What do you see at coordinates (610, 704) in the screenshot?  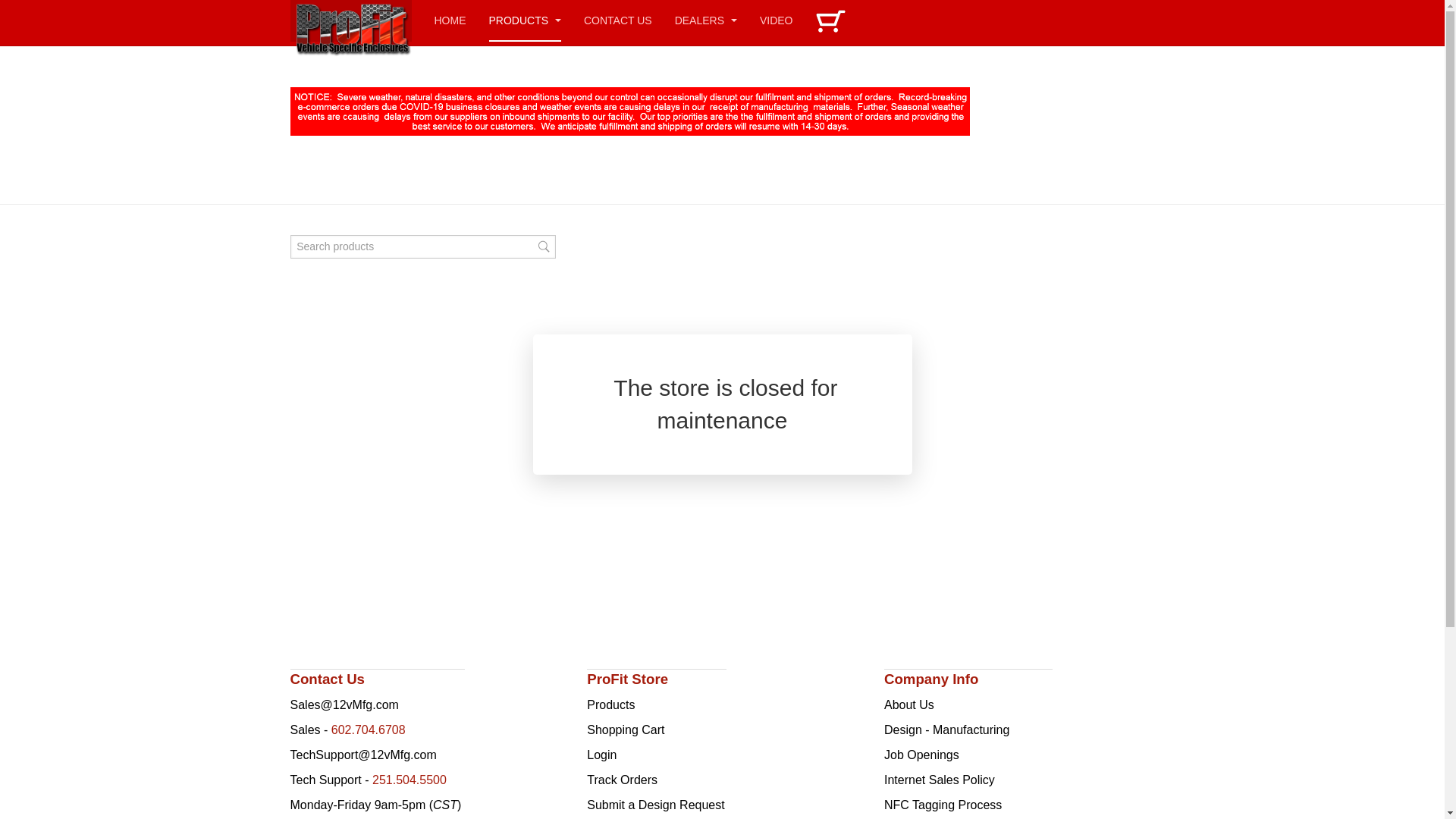 I see `'Products'` at bounding box center [610, 704].